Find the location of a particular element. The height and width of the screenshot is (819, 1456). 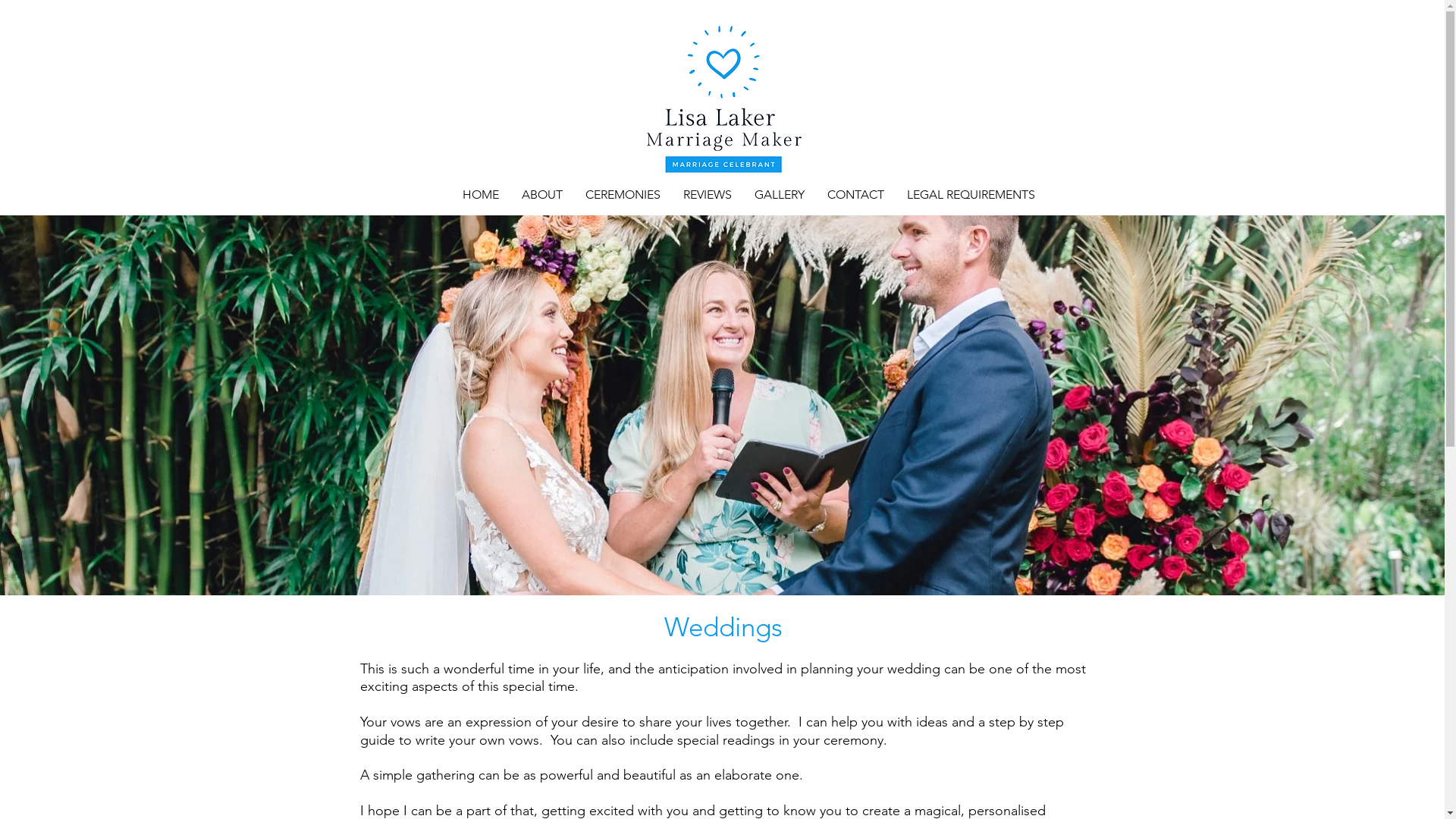

'LEGAL REQUIREMENTS' is located at coordinates (895, 194).